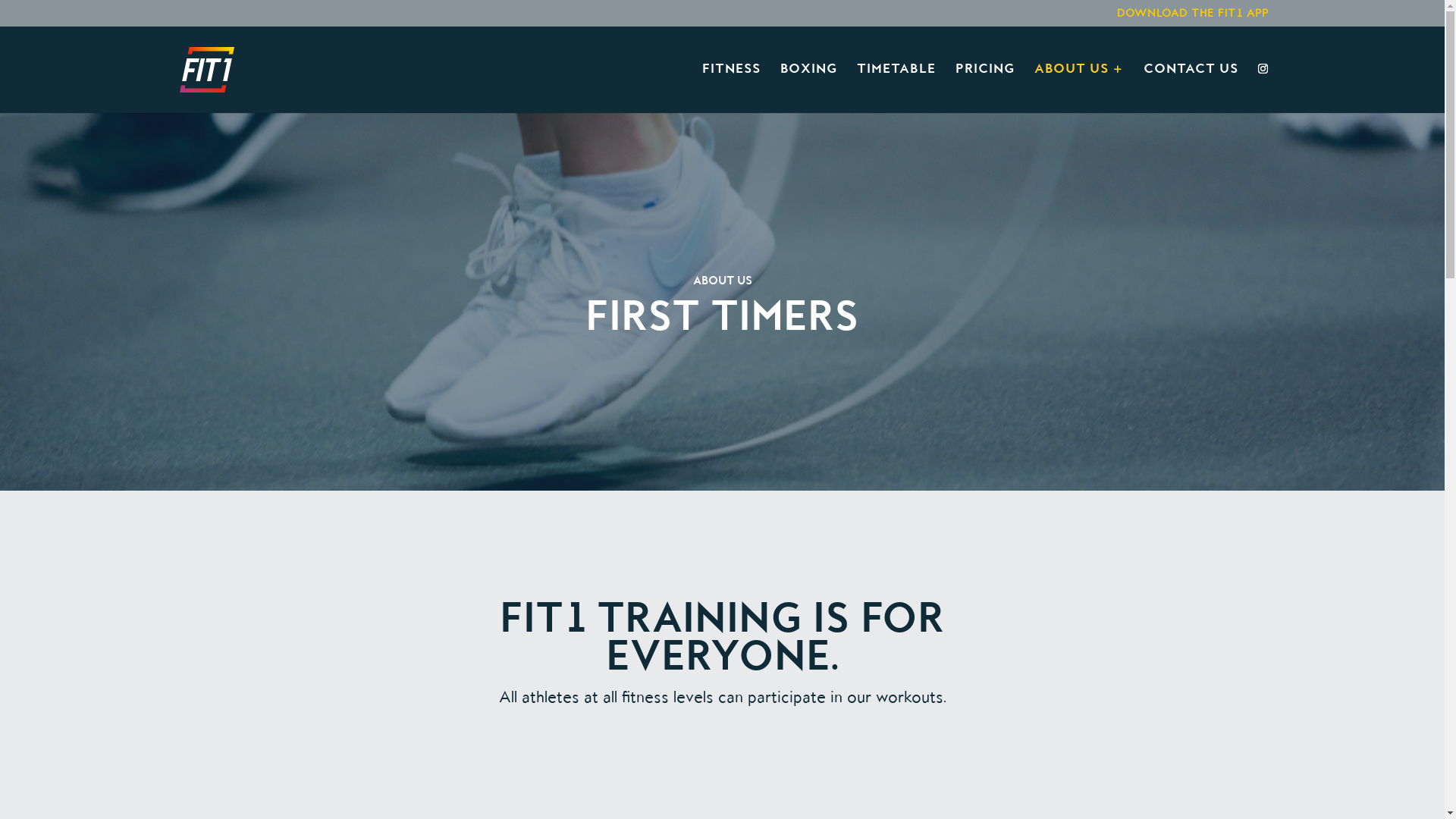 The image size is (1456, 819). What do you see at coordinates (1191, 17) in the screenshot?
I see `'DOWNLOAD THE FIT1 APP'` at bounding box center [1191, 17].